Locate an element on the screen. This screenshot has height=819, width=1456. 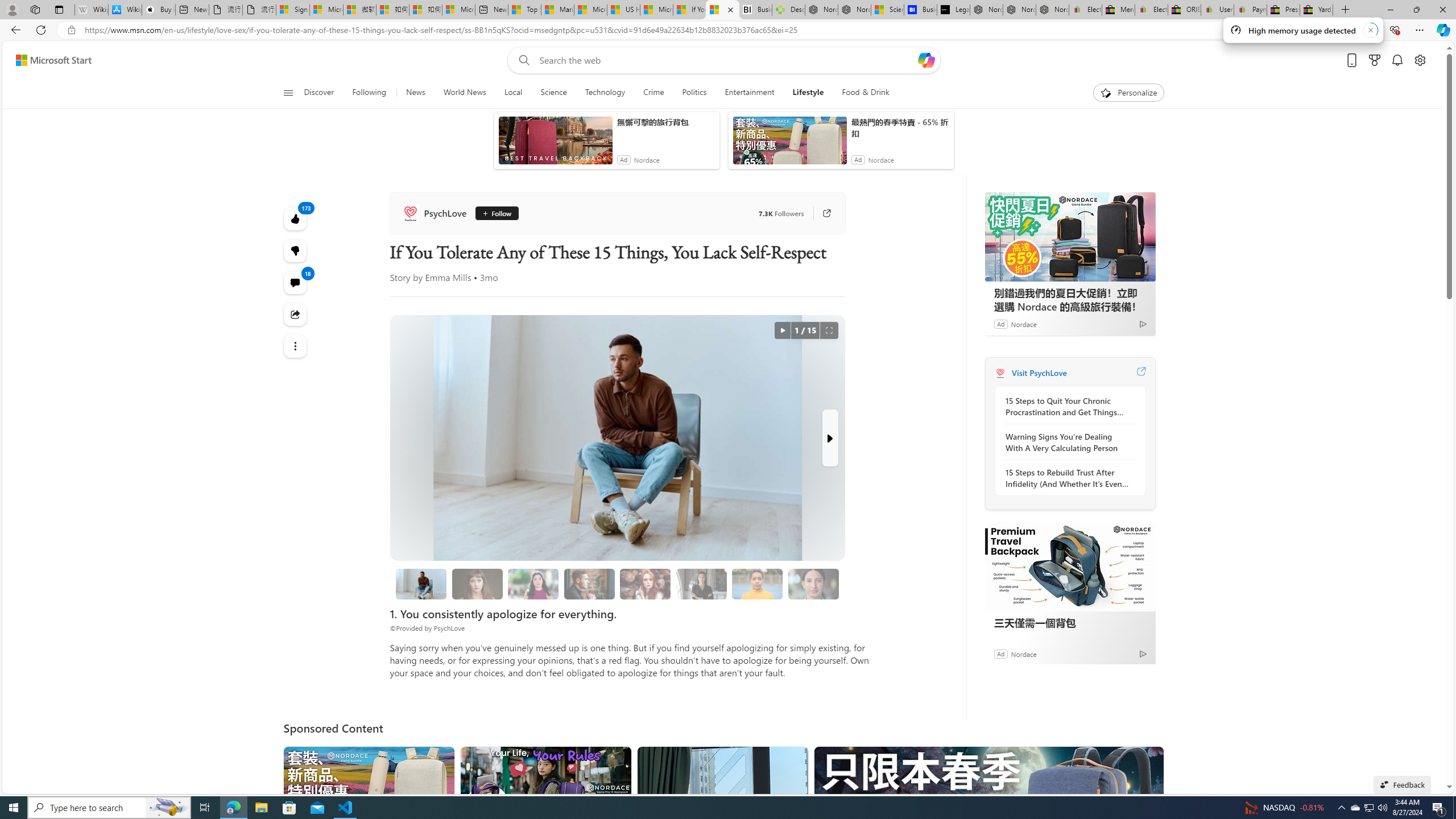
'Food & Drink' is located at coordinates (861, 92).